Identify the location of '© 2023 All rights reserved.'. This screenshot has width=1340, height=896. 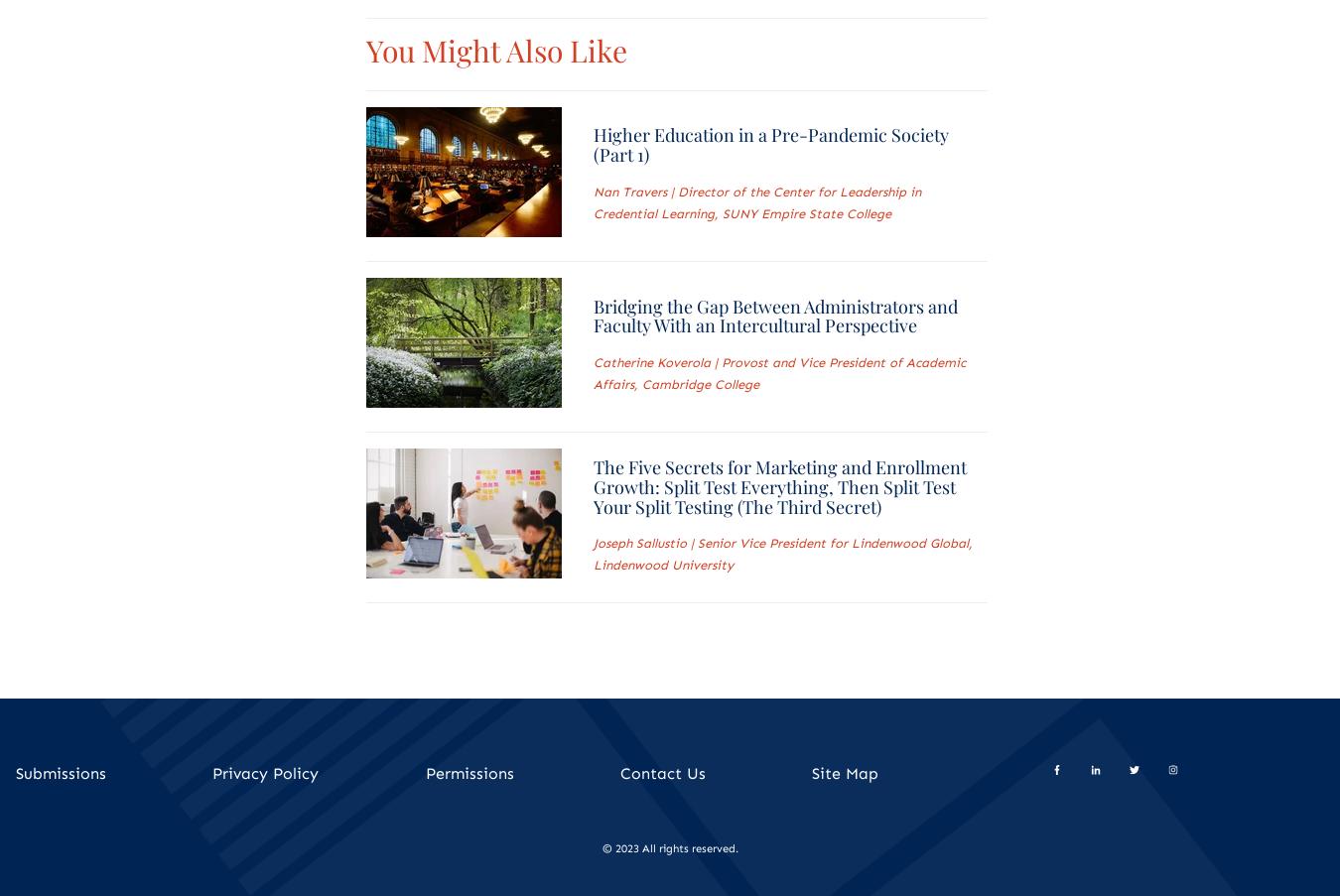
(669, 846).